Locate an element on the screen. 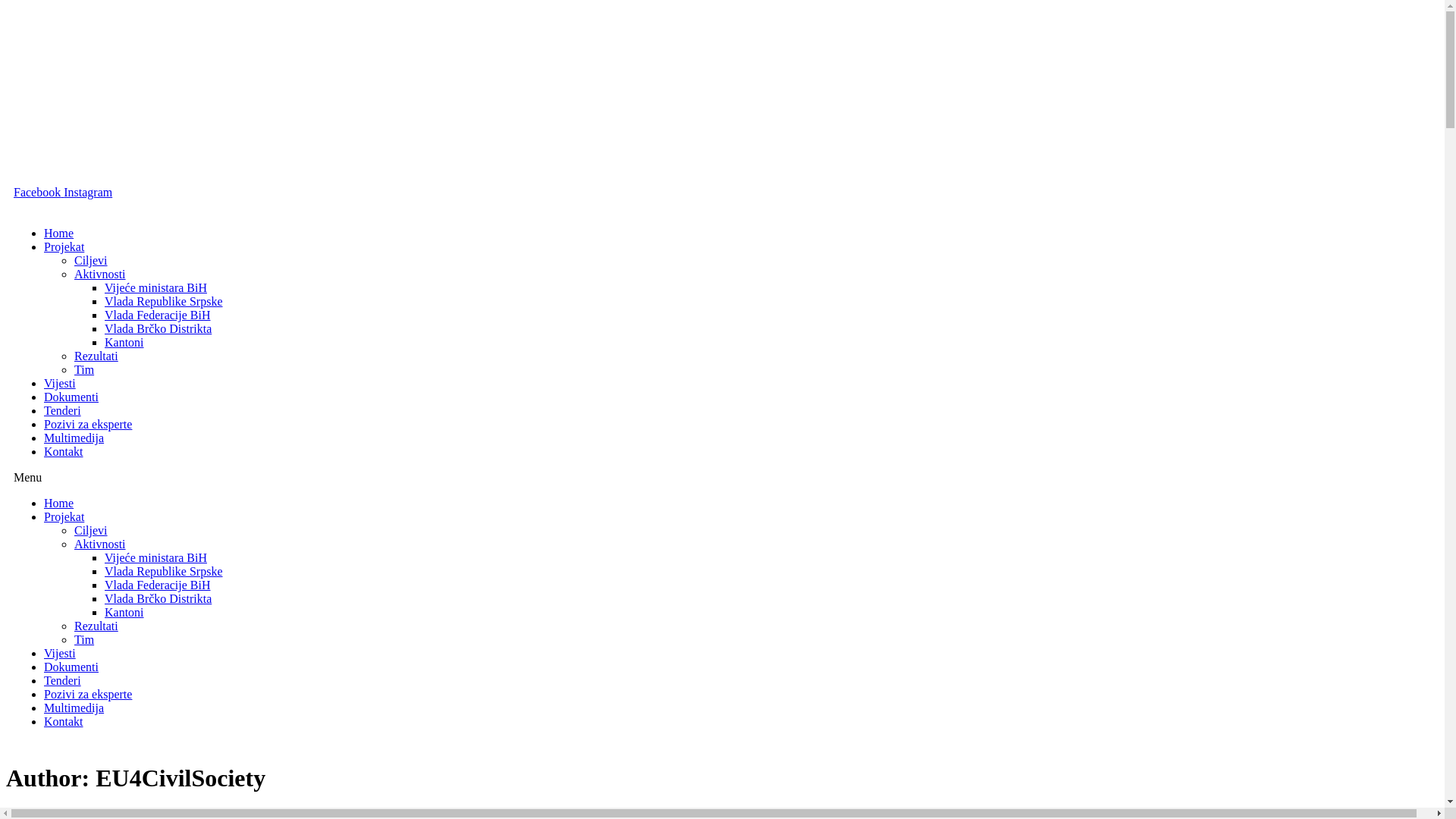 The width and height of the screenshot is (1456, 819). 'Pozivi za eksperte' is located at coordinates (86, 424).